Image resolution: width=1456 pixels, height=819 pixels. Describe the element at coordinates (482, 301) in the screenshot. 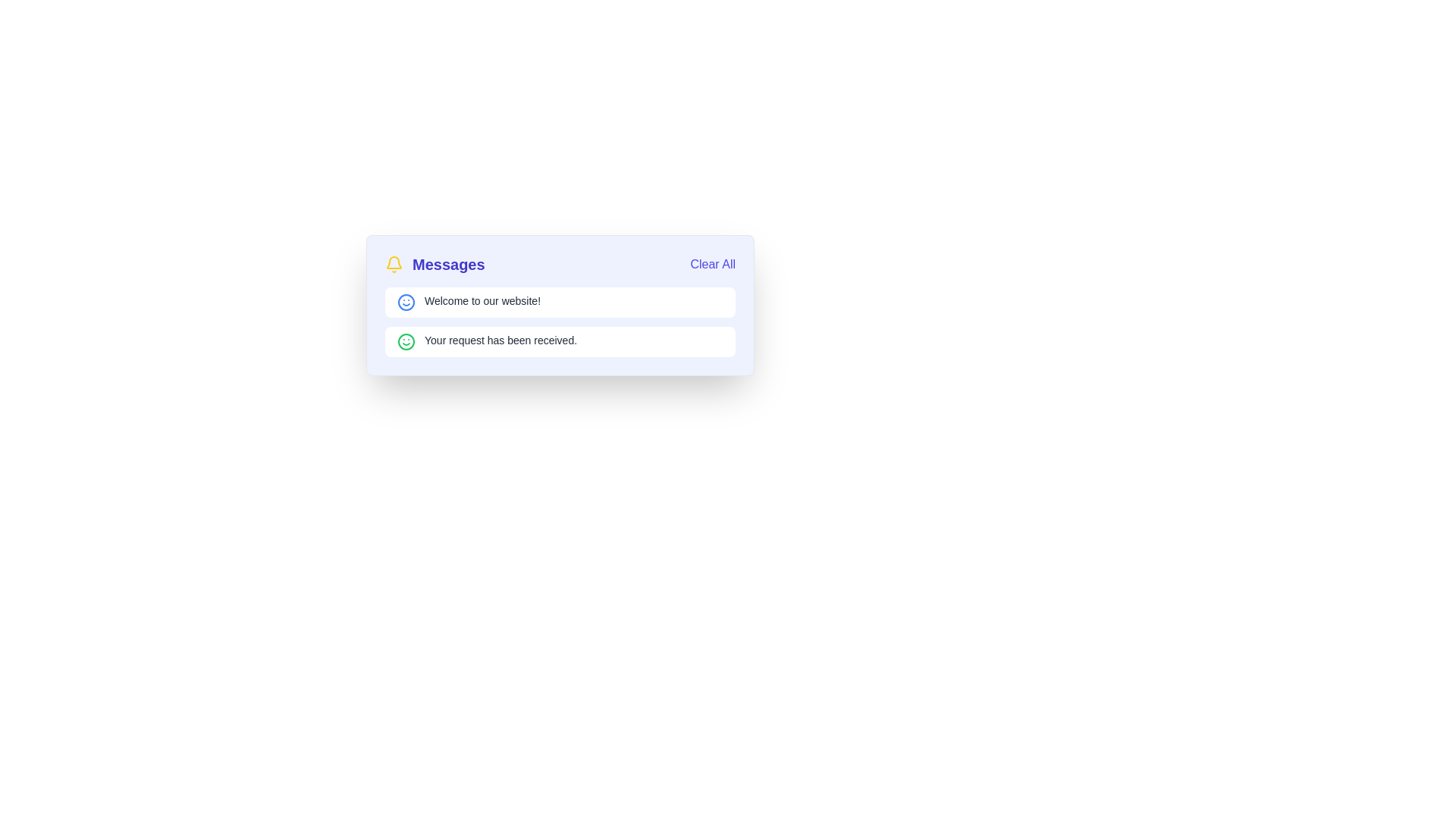

I see `the text 'Welcome to our website!' which is displayed in a small, gray-colored font next to a blue smiley emoji icon` at that location.